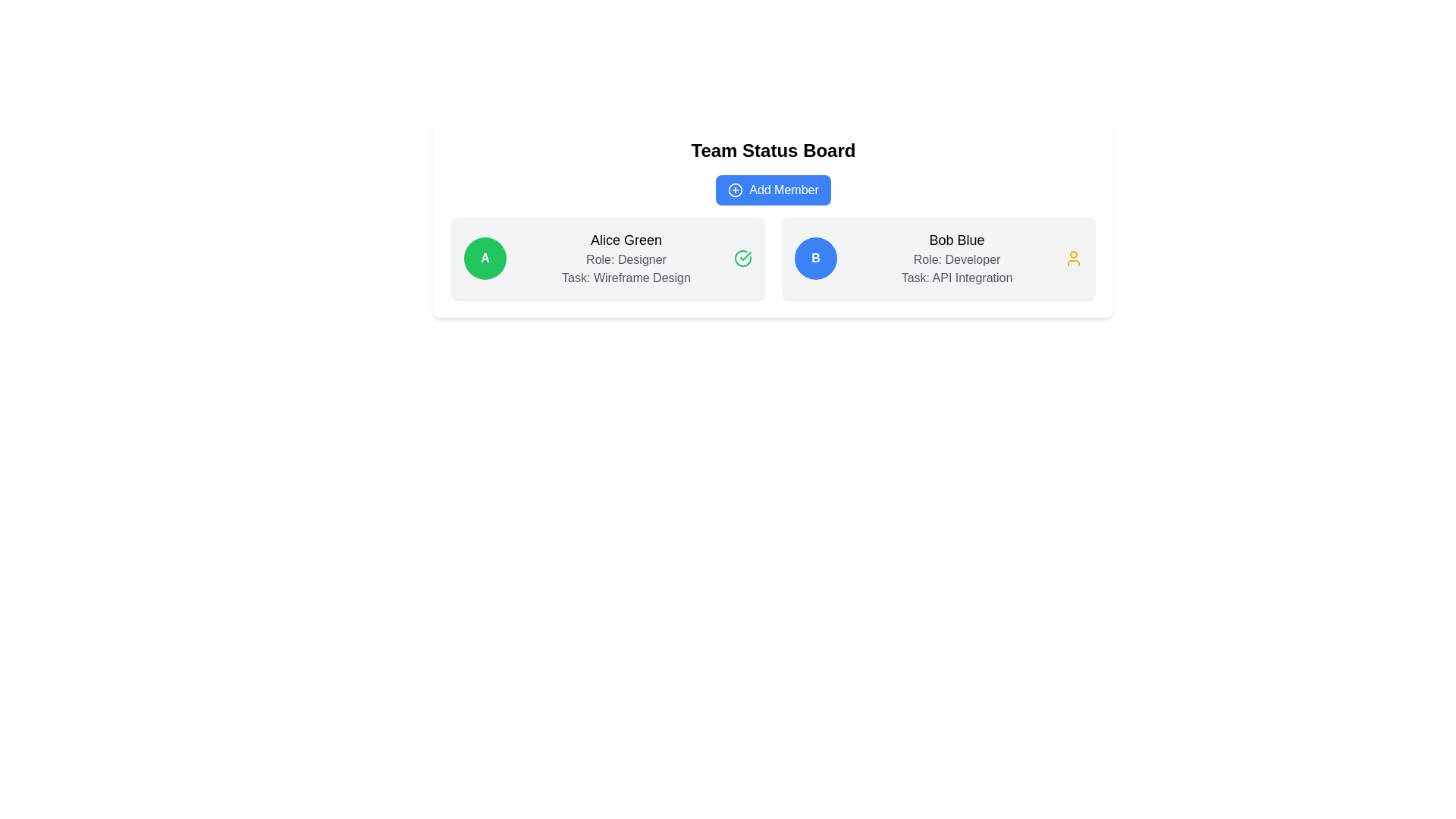 This screenshot has width=1456, height=819. I want to click on the SVG graphic icon indicating the completion status for Alice Green's task, located in the top-right corner of the left card under the 'Team Status Board', so click(742, 257).